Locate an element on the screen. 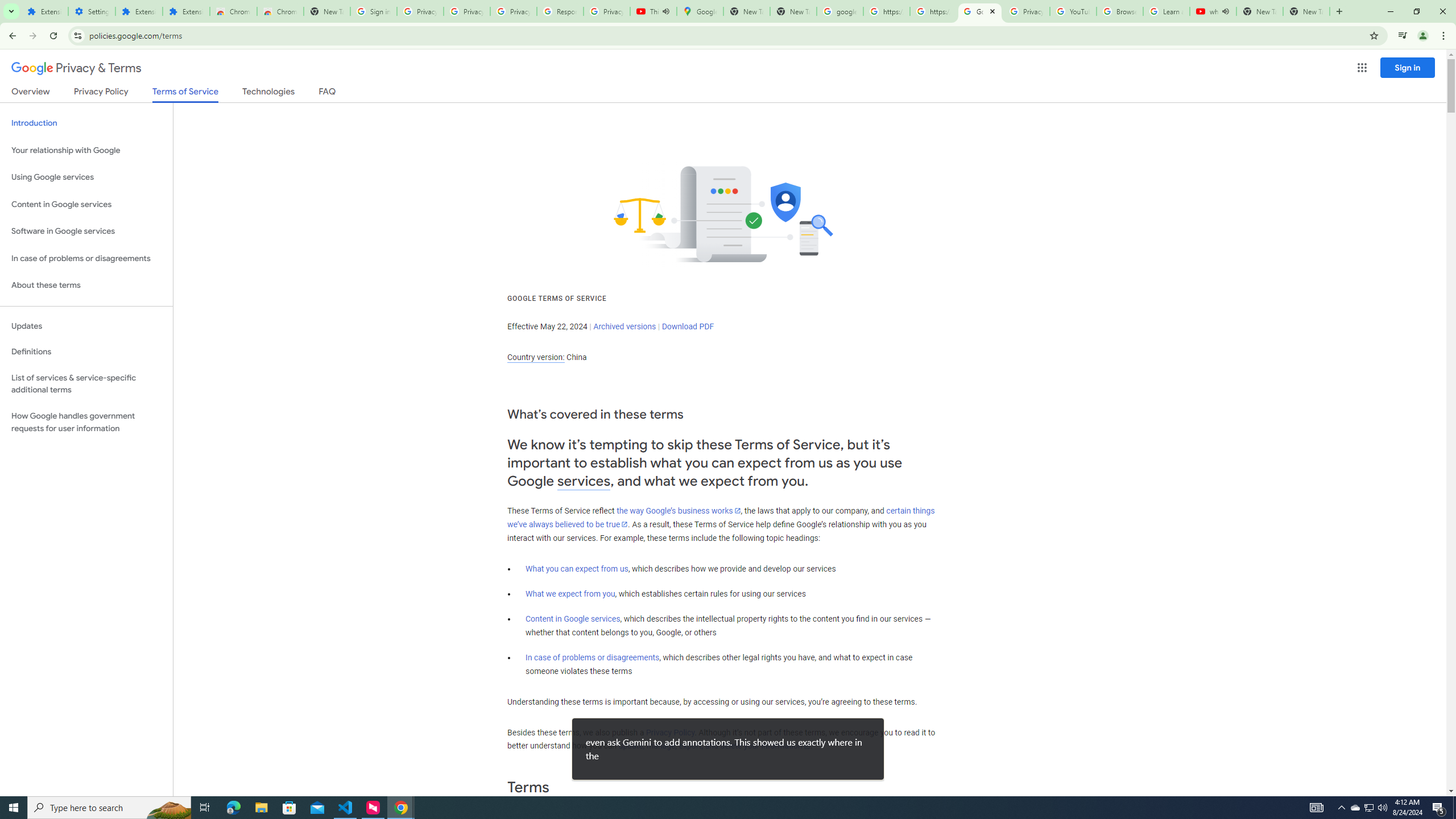 Image resolution: width=1456 pixels, height=819 pixels. 'Download PDF' is located at coordinates (687, 325).